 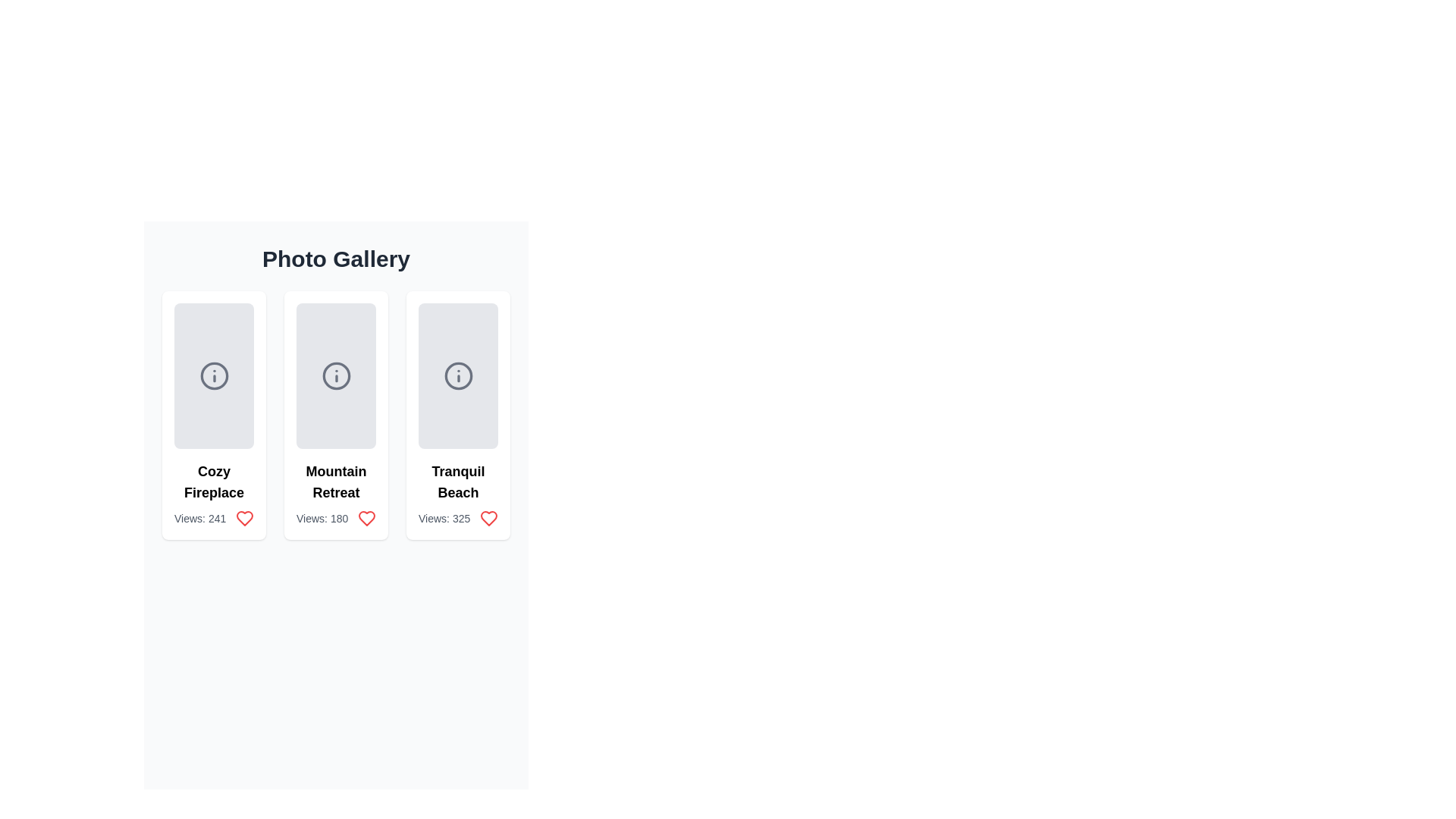 What do you see at coordinates (213, 482) in the screenshot?
I see `the 'Cozy Fireplace' text label, which is styled with bold text in a large font and positioned in the first card of the gallery layout, above the 'Views: 241' label and heart icon` at bounding box center [213, 482].